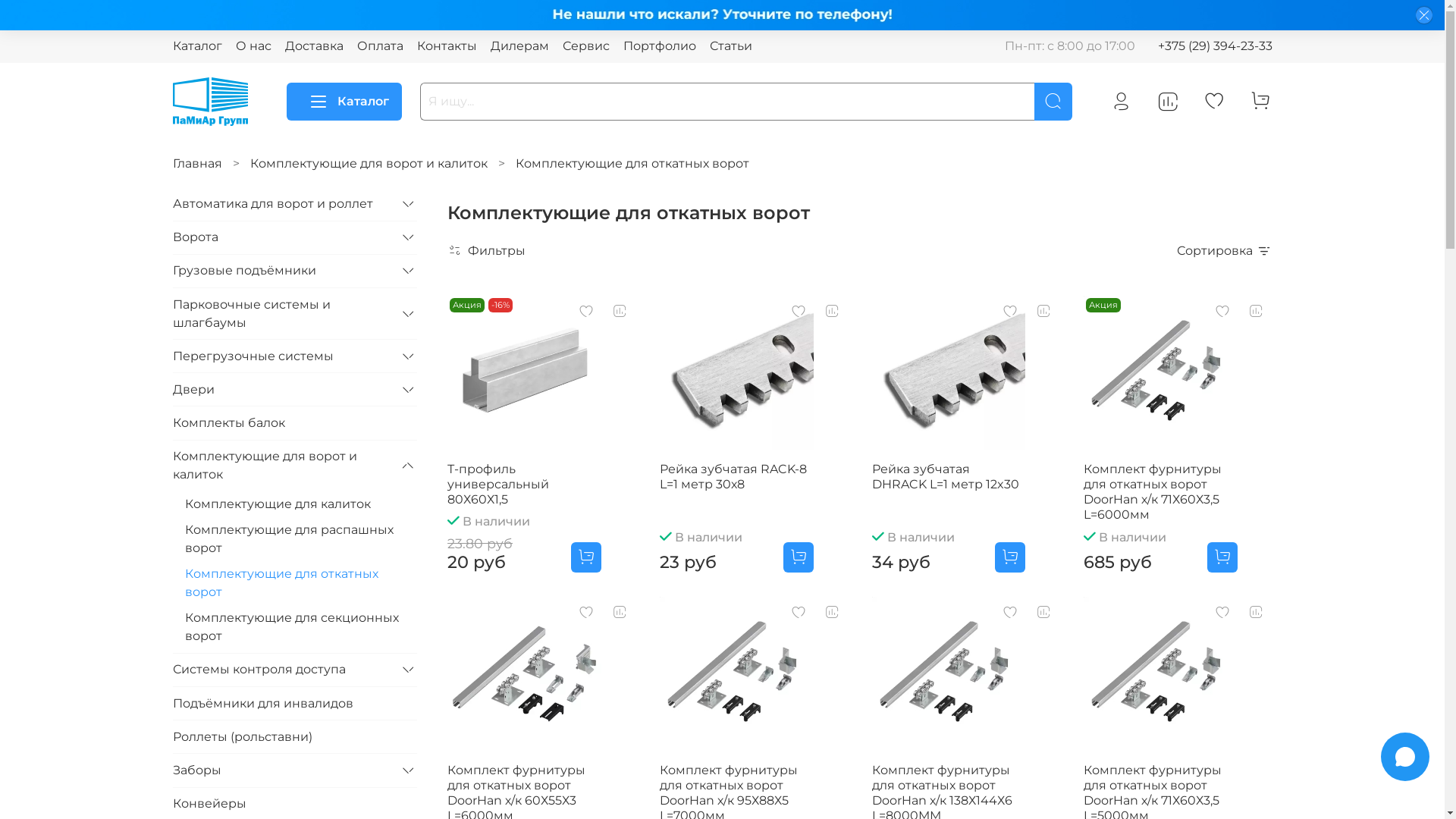  What do you see at coordinates (1214, 45) in the screenshot?
I see `'+375 (29) 394-23-33'` at bounding box center [1214, 45].